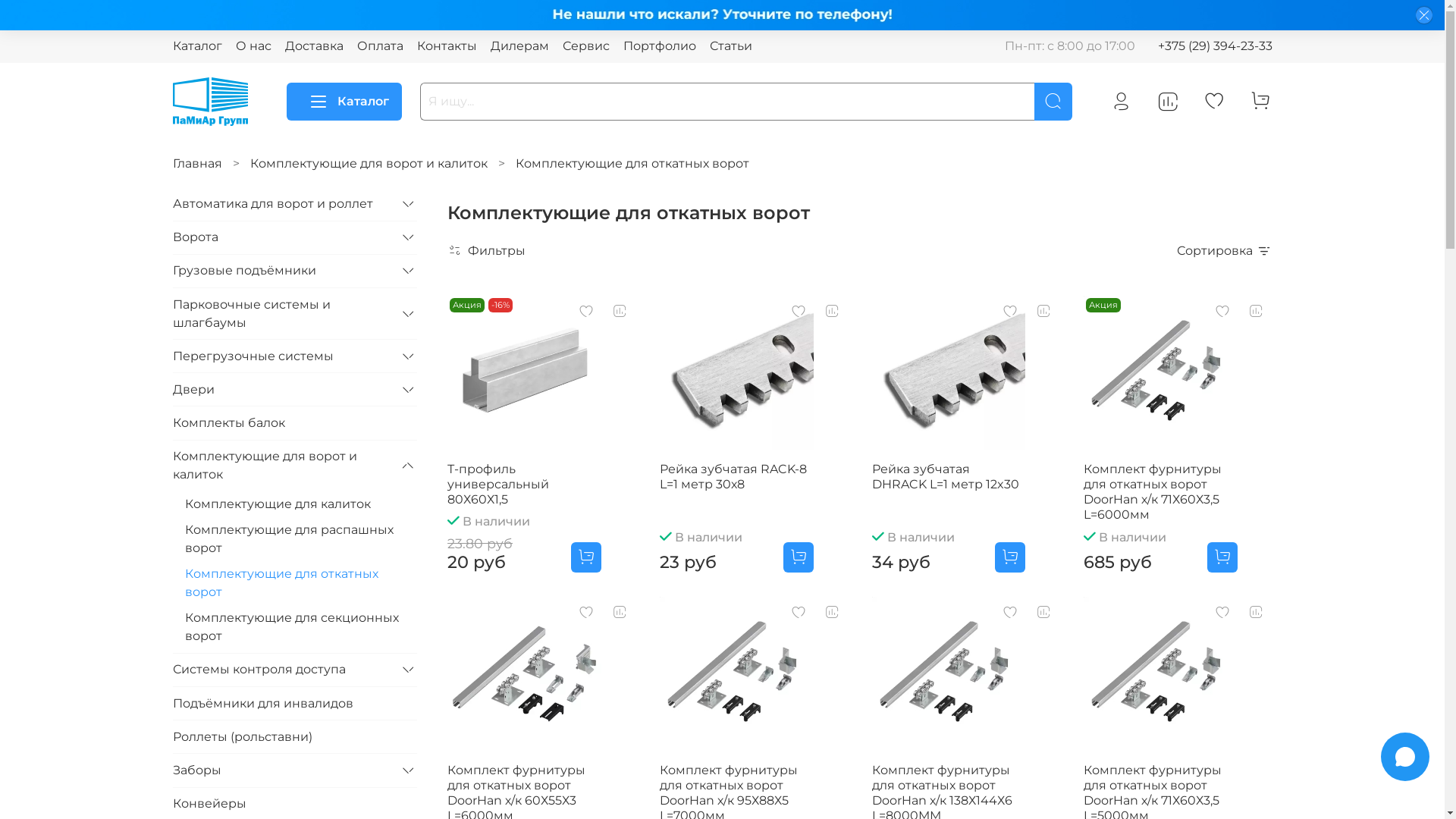  What do you see at coordinates (1214, 45) in the screenshot?
I see `'+375 (29) 394-23-33'` at bounding box center [1214, 45].